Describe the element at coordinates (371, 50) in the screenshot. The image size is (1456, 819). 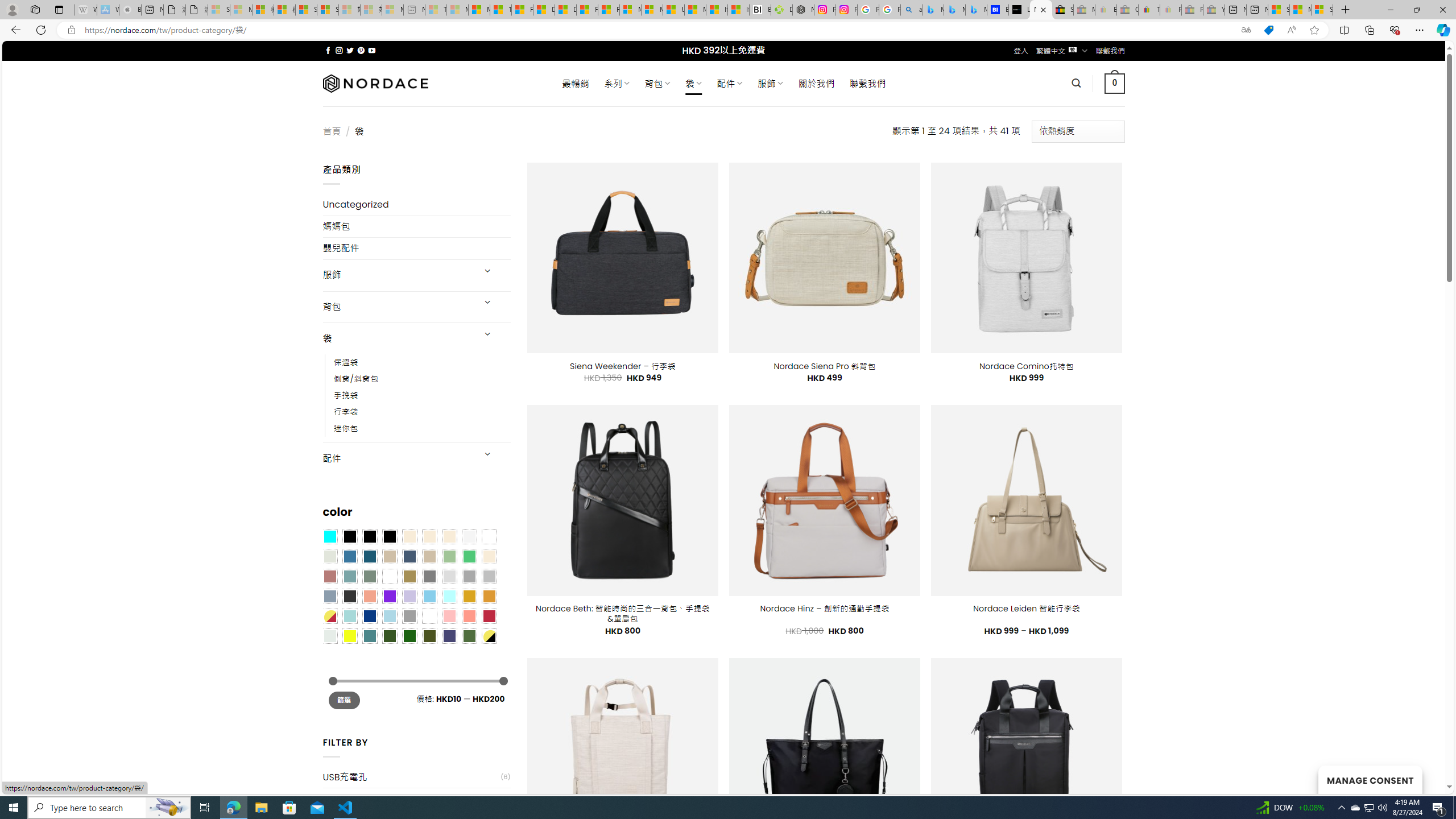
I see `'Follow on YouTube'` at that location.